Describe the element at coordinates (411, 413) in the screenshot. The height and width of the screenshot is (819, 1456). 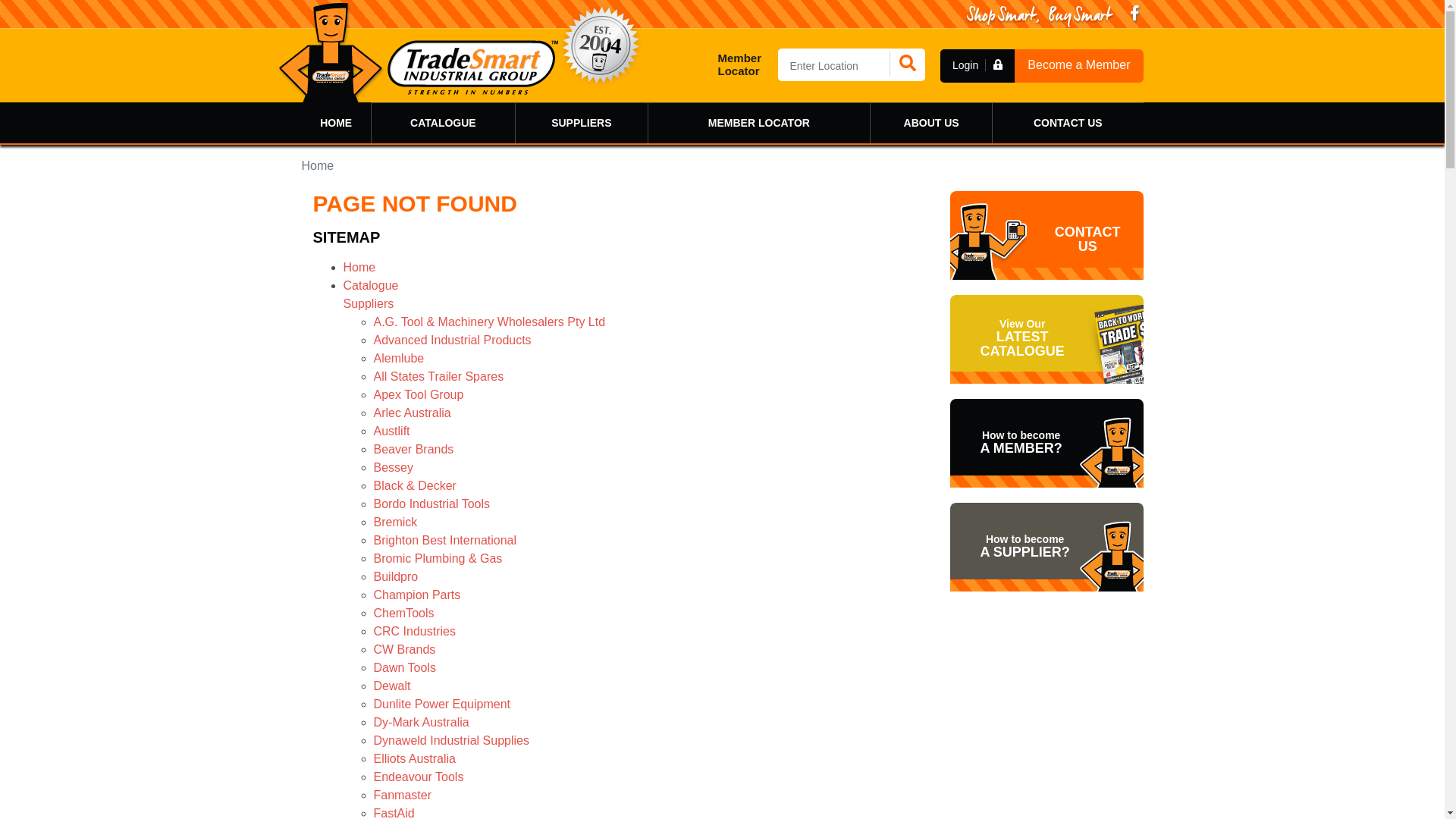
I see `'Arlec Australia'` at that location.